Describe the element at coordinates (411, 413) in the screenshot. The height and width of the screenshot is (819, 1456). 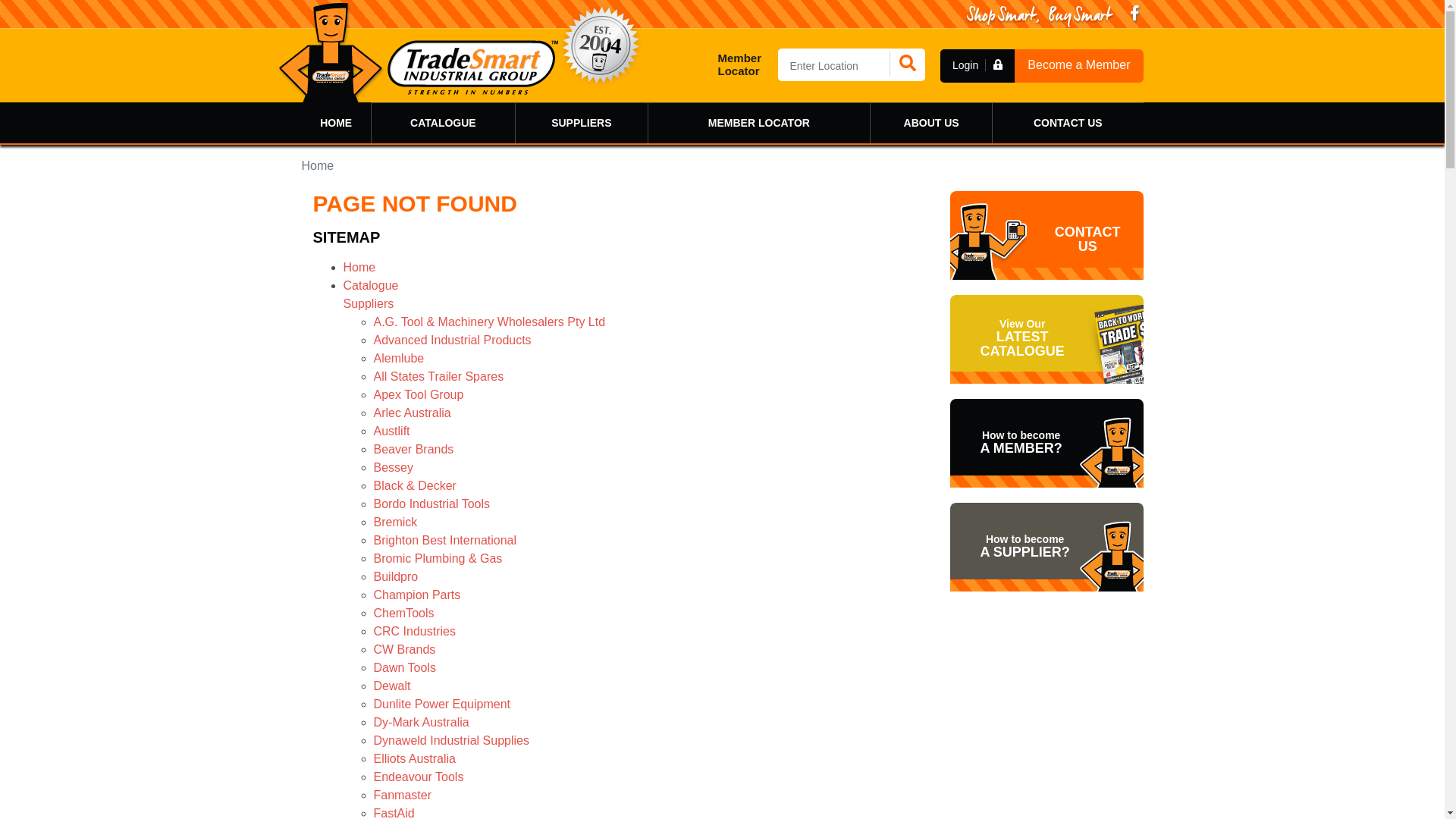
I see `'Arlec Australia'` at that location.